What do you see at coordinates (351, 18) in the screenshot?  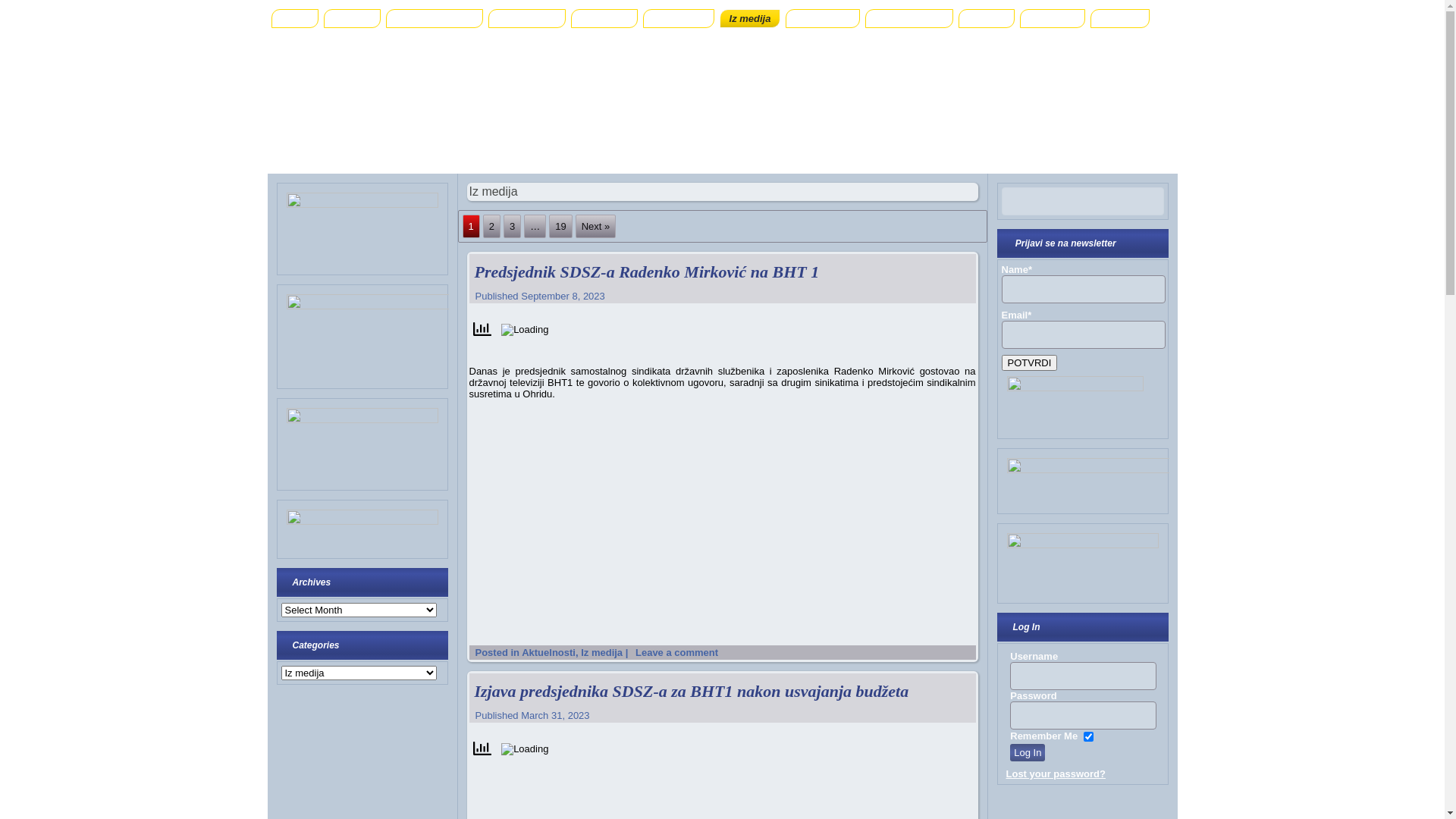 I see `'O Nama'` at bounding box center [351, 18].